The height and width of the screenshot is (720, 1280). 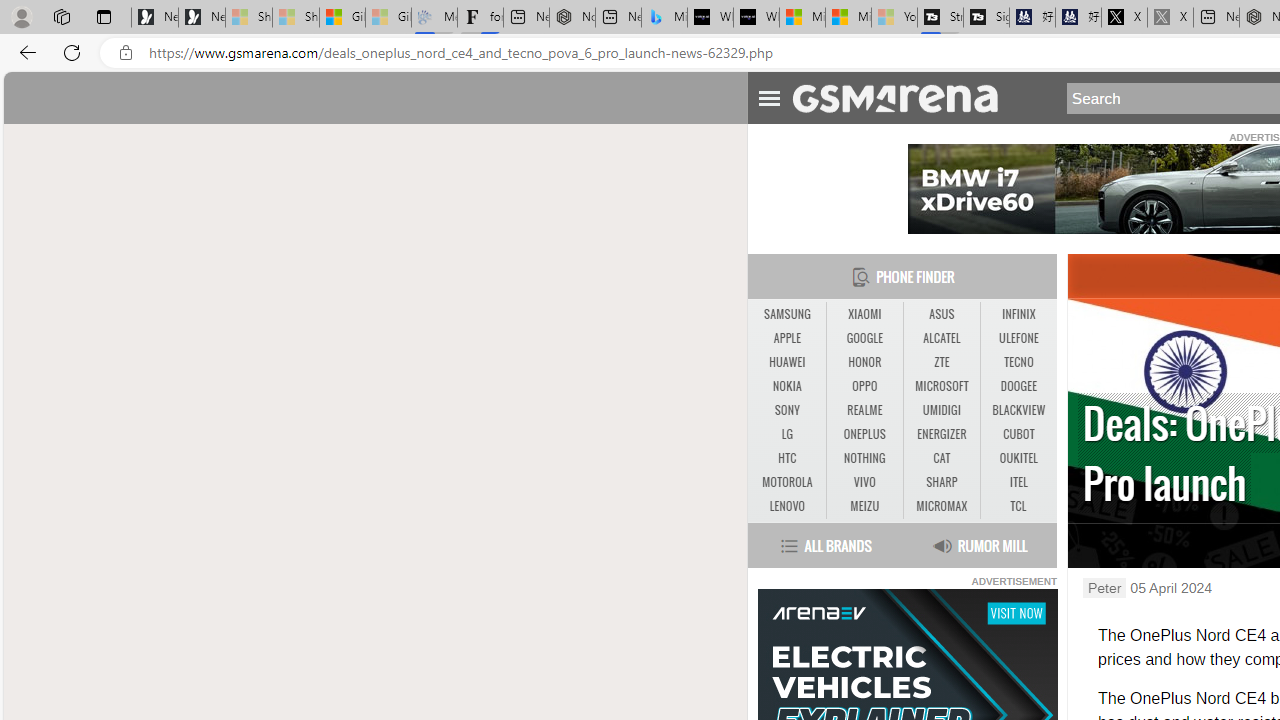 I want to click on 'Toggle Navigation', so click(x=768, y=95).